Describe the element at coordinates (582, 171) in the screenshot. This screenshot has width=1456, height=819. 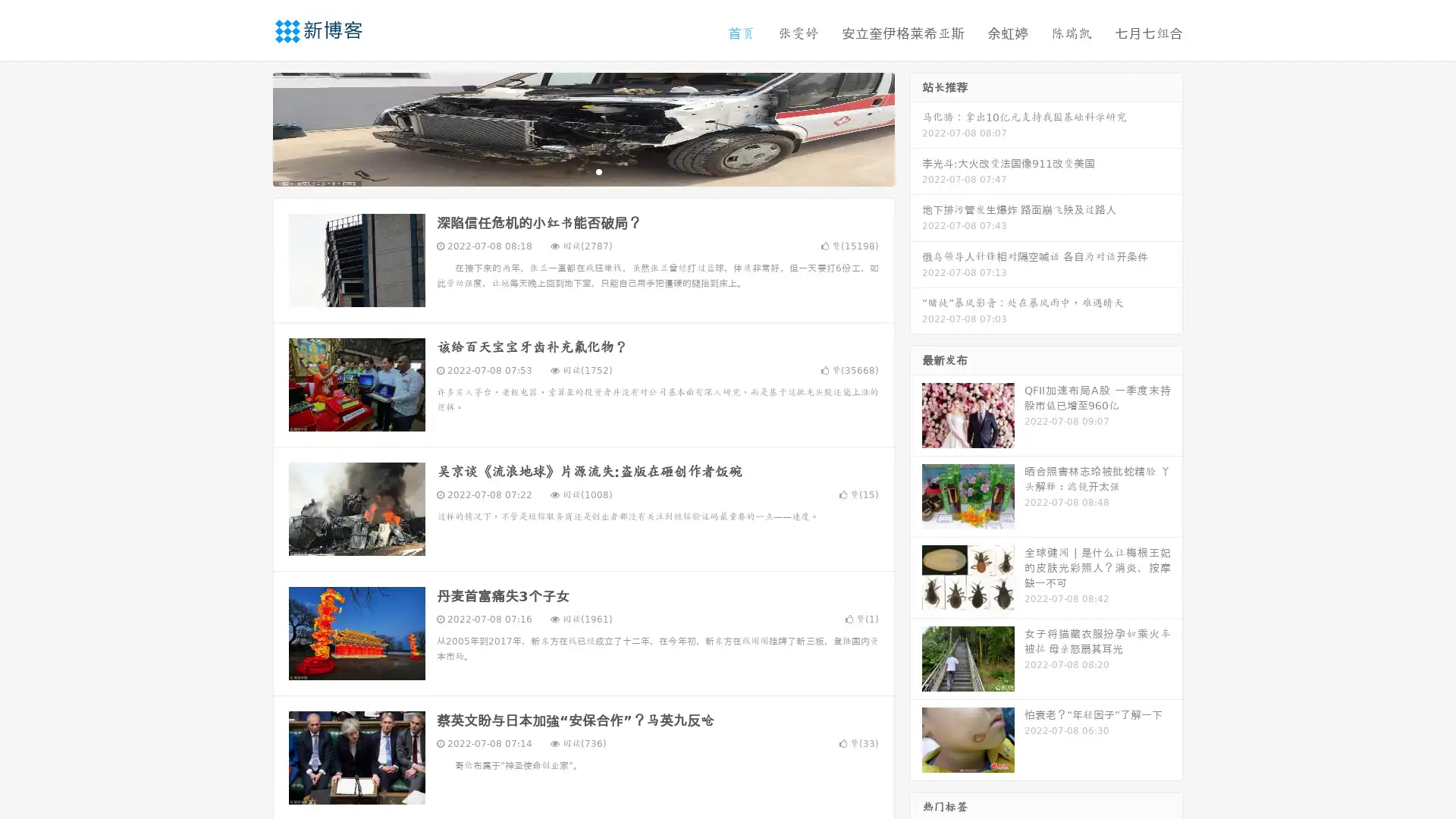
I see `Go to slide 2` at that location.